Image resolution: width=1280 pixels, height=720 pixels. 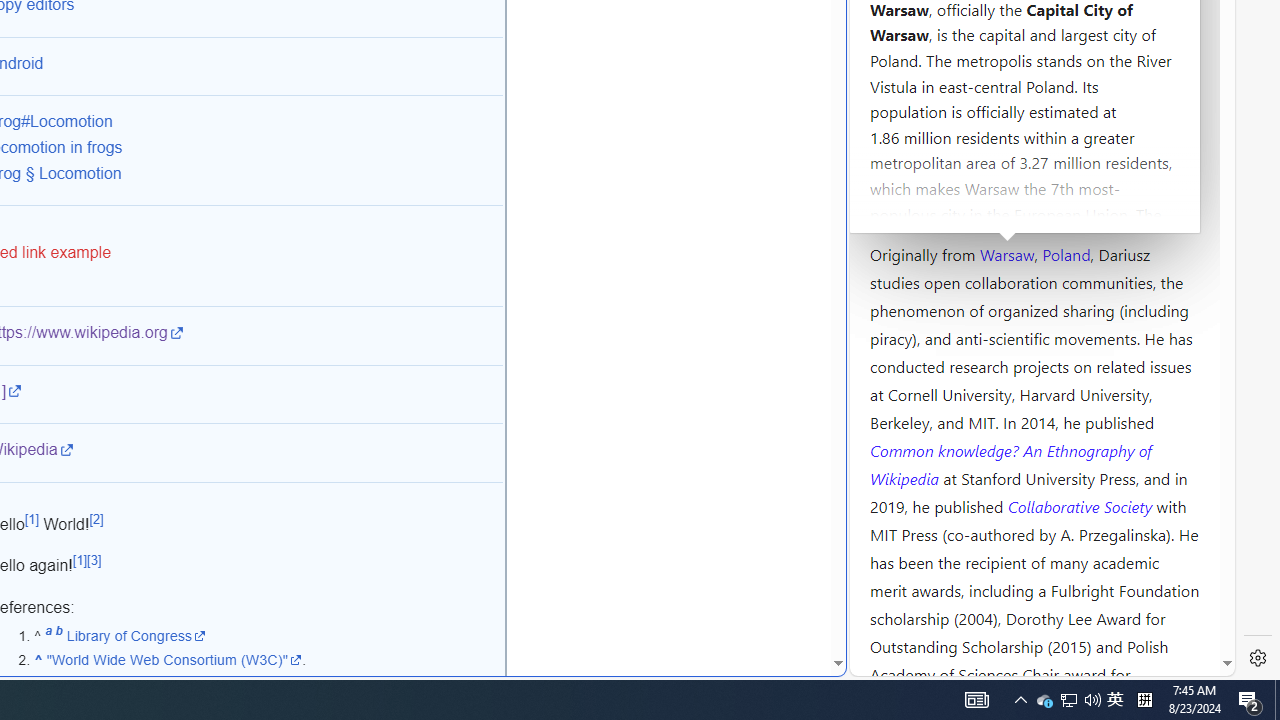 What do you see at coordinates (1034, 135) in the screenshot?
I see `'Kozminski University'` at bounding box center [1034, 135].